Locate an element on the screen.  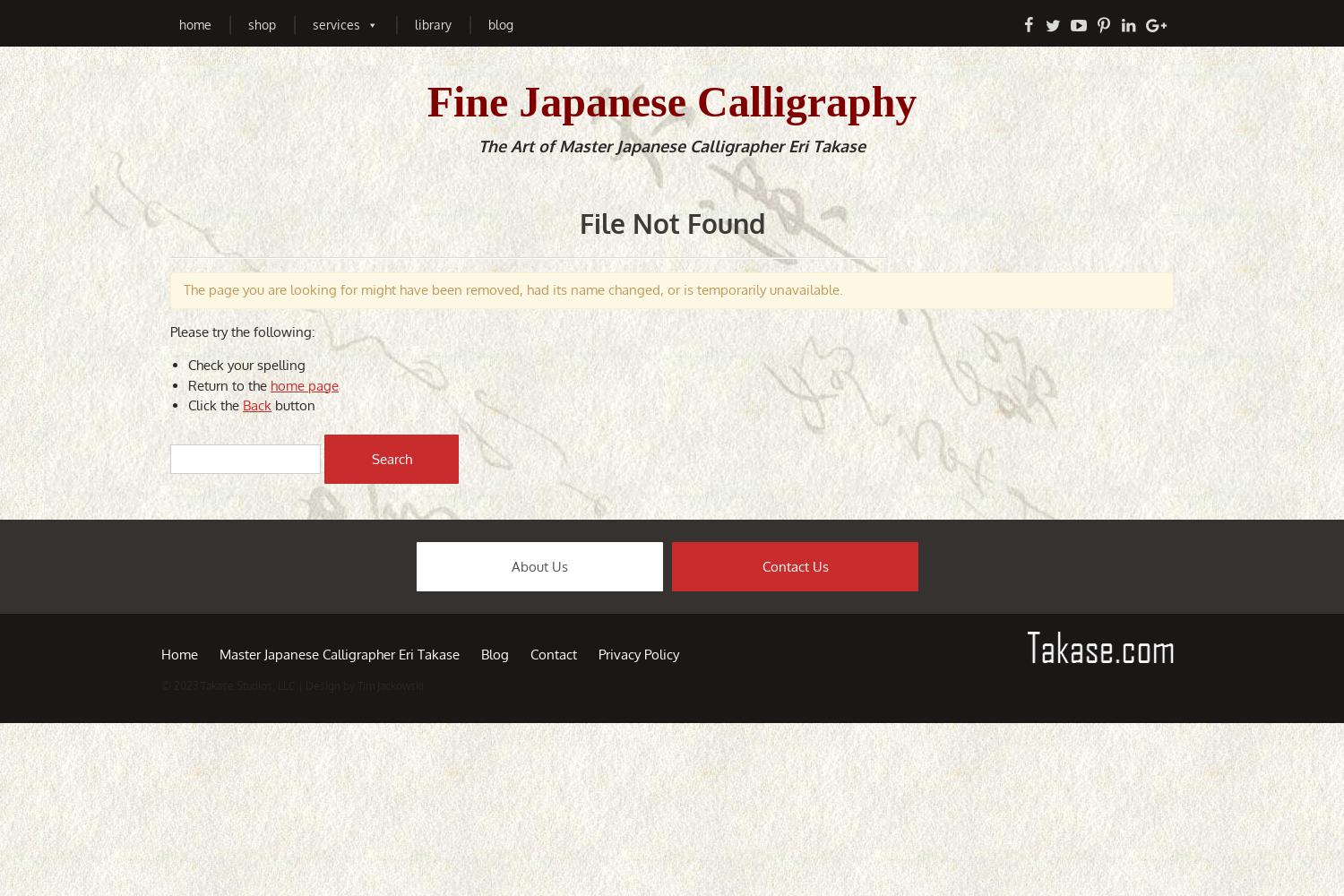
'Anniversary Gifts' is located at coordinates (845, 49).